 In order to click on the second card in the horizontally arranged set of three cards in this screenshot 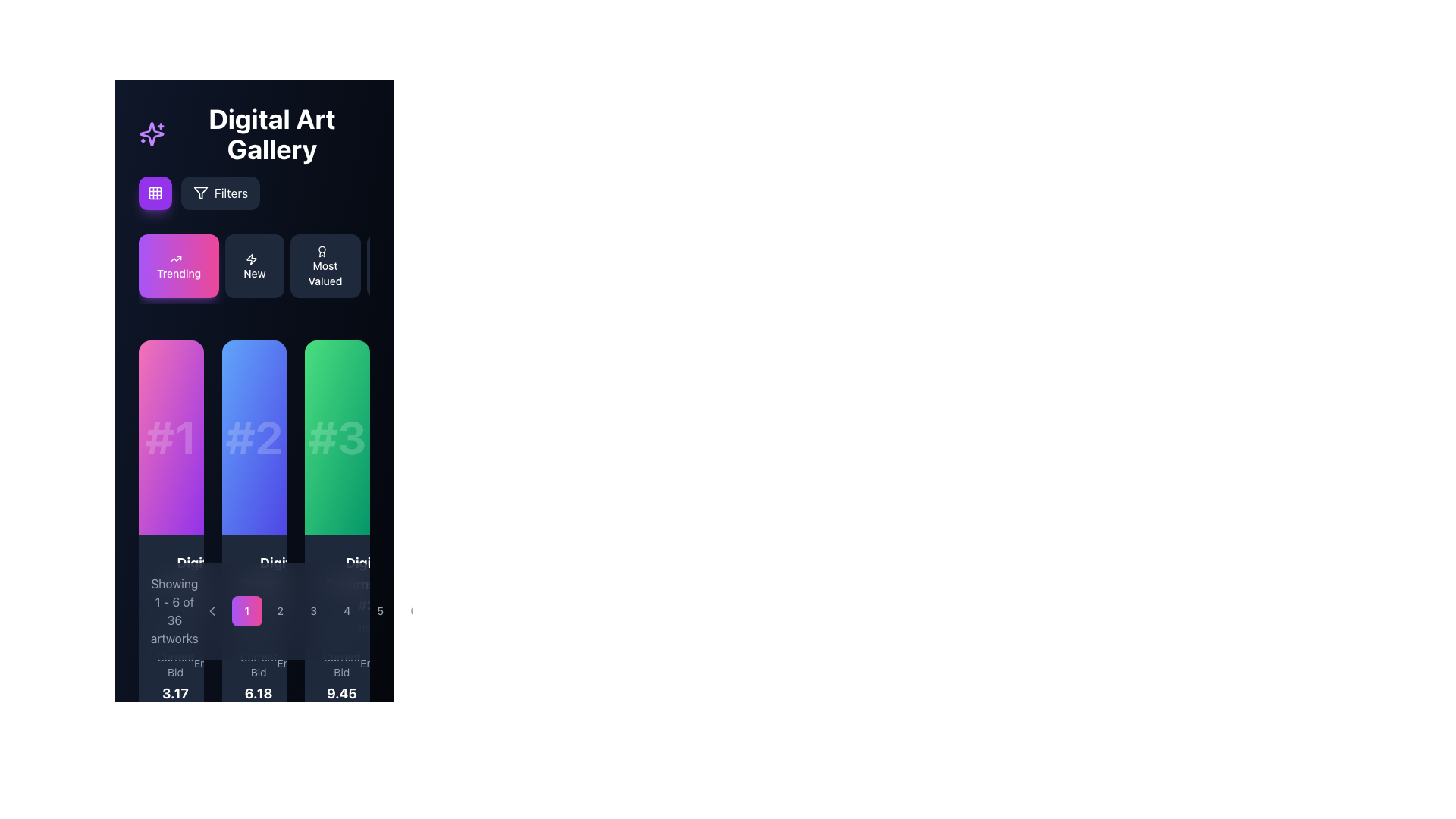, I will do `click(254, 438)`.